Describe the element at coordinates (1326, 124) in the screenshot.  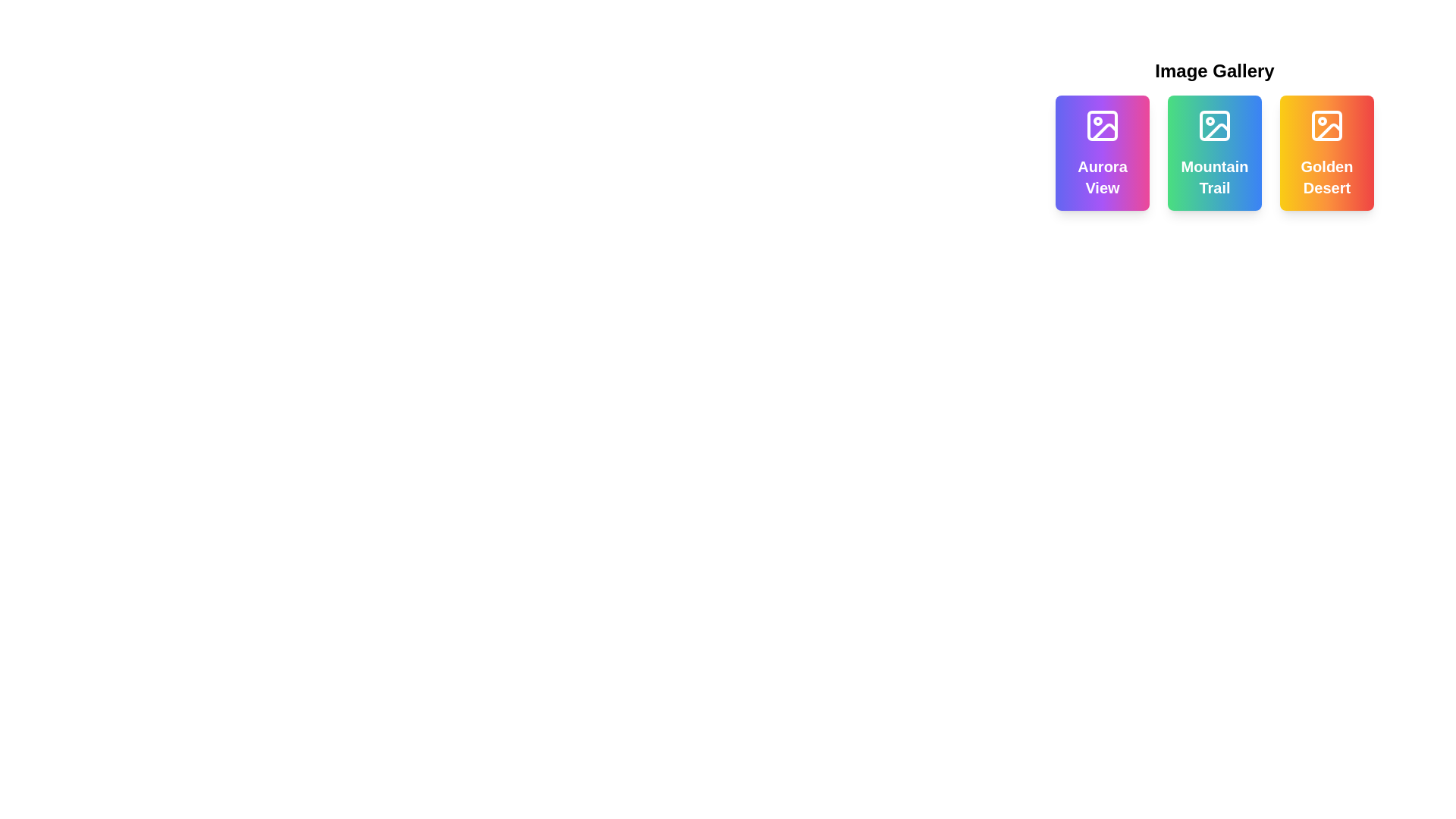
I see `the 'Golden Desert' icon` at that location.